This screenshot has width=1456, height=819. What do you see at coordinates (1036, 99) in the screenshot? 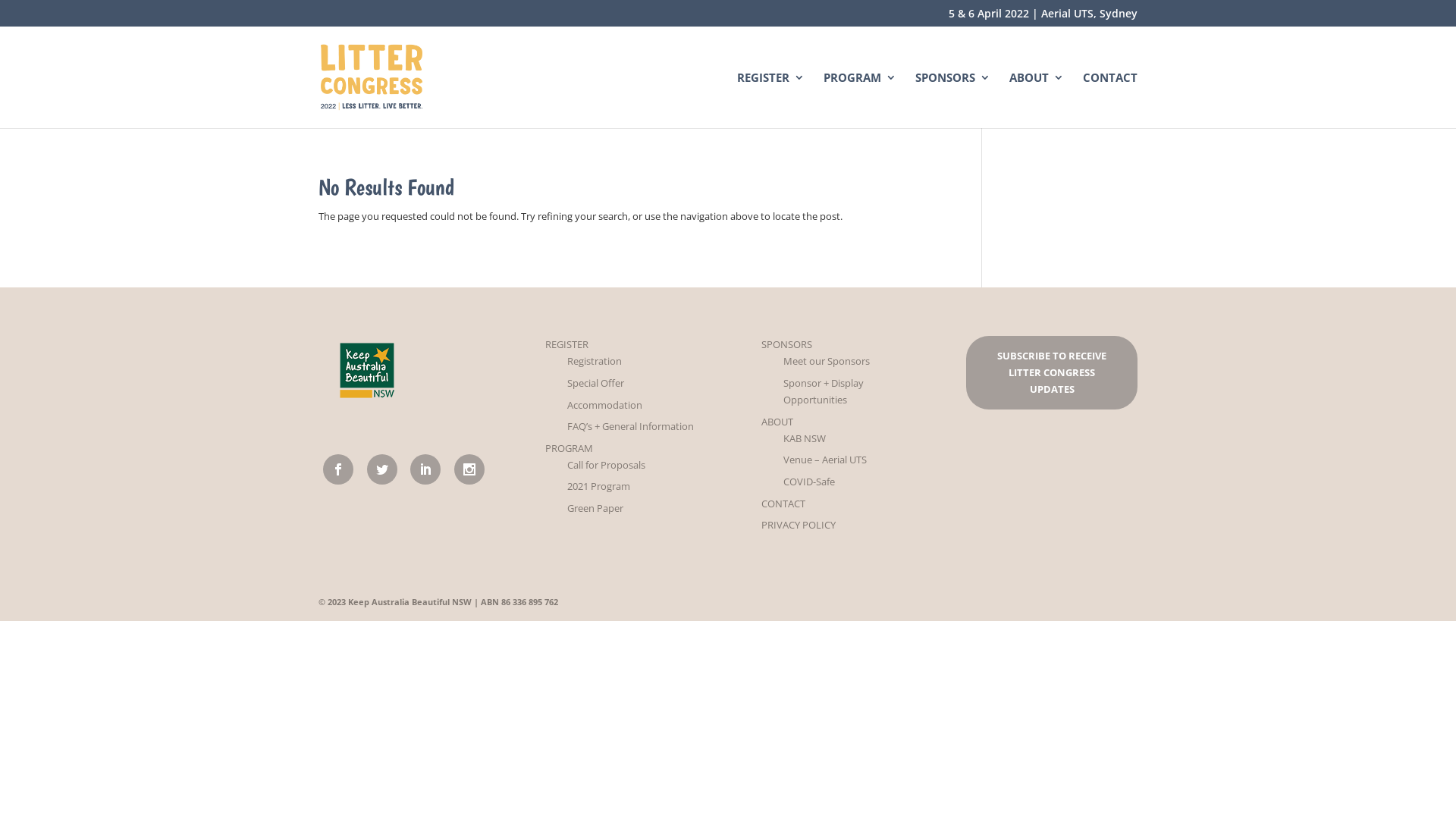
I see `'ABOUT'` at bounding box center [1036, 99].